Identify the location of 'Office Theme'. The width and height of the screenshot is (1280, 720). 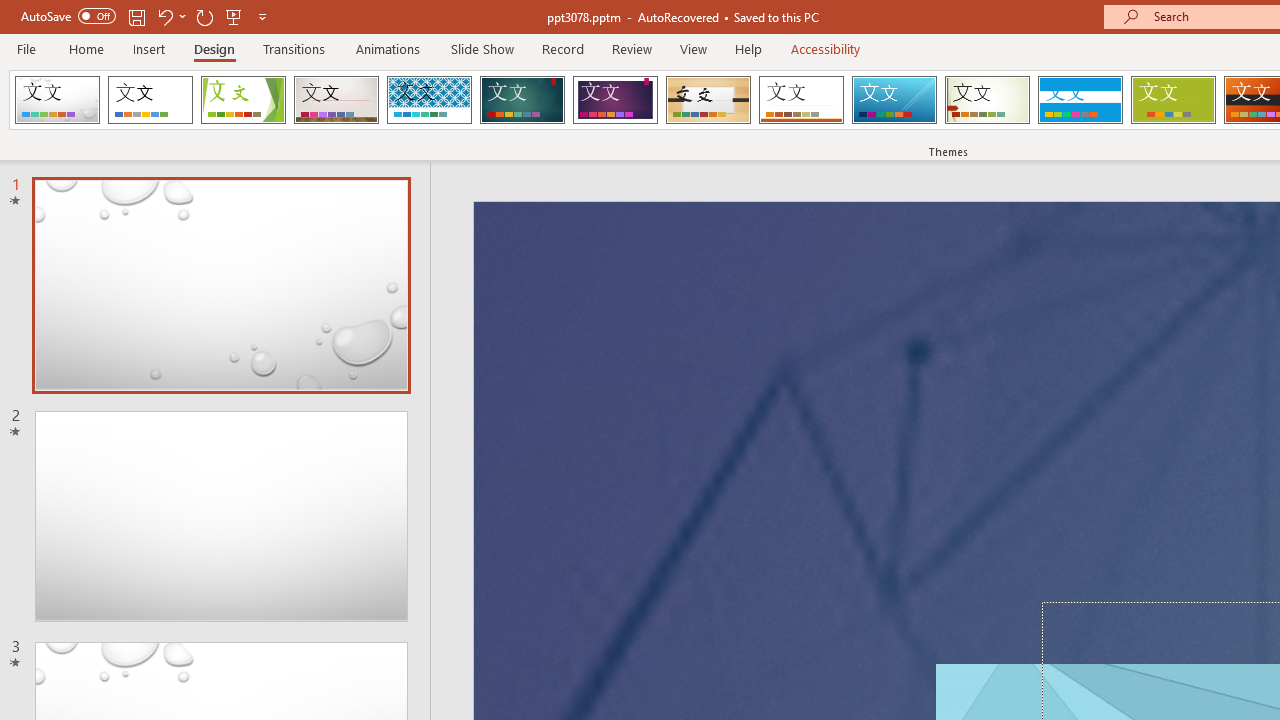
(149, 100).